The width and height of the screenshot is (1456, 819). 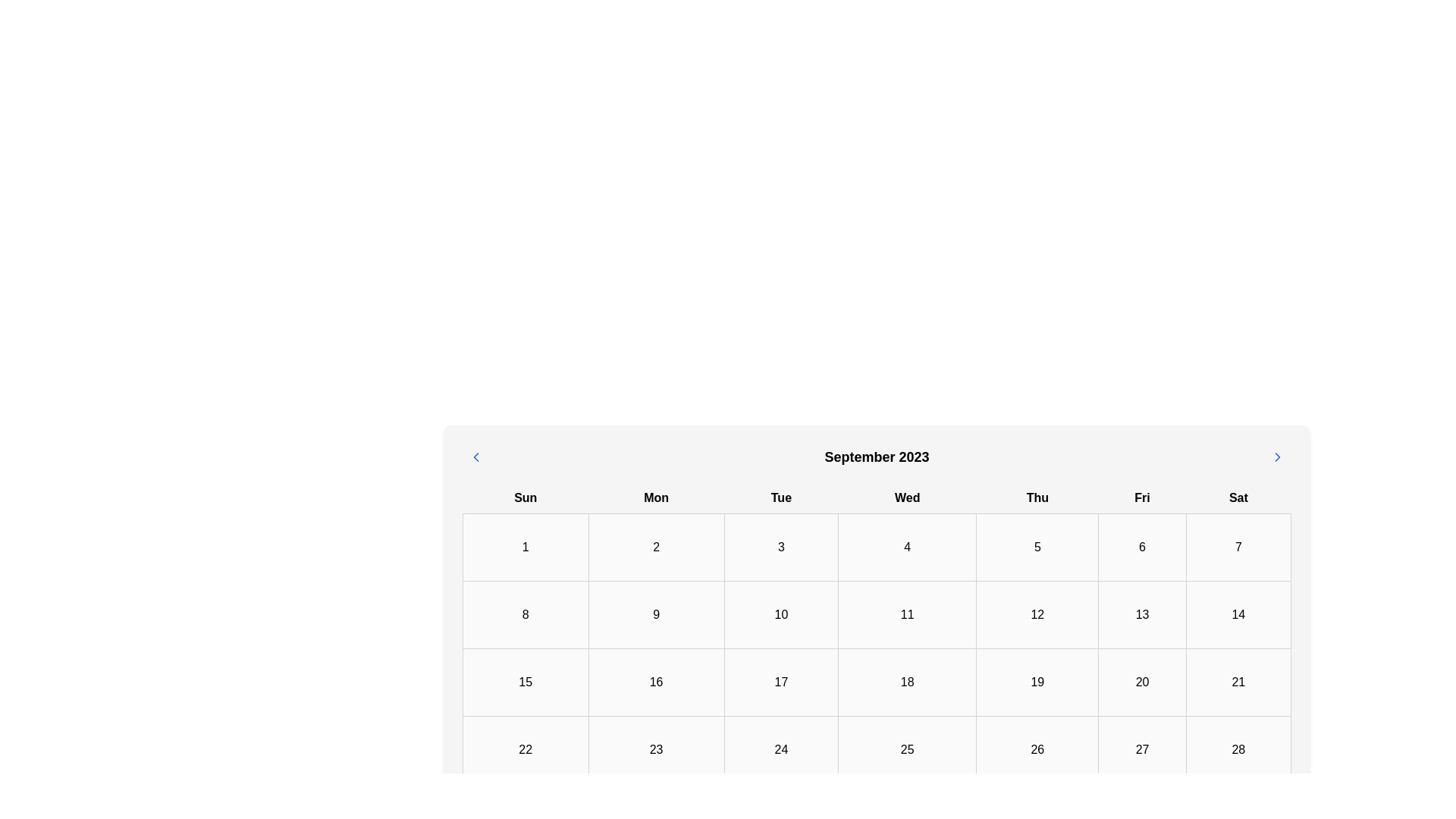 What do you see at coordinates (1037, 498) in the screenshot?
I see `the Thursday header label in the calendar interface` at bounding box center [1037, 498].